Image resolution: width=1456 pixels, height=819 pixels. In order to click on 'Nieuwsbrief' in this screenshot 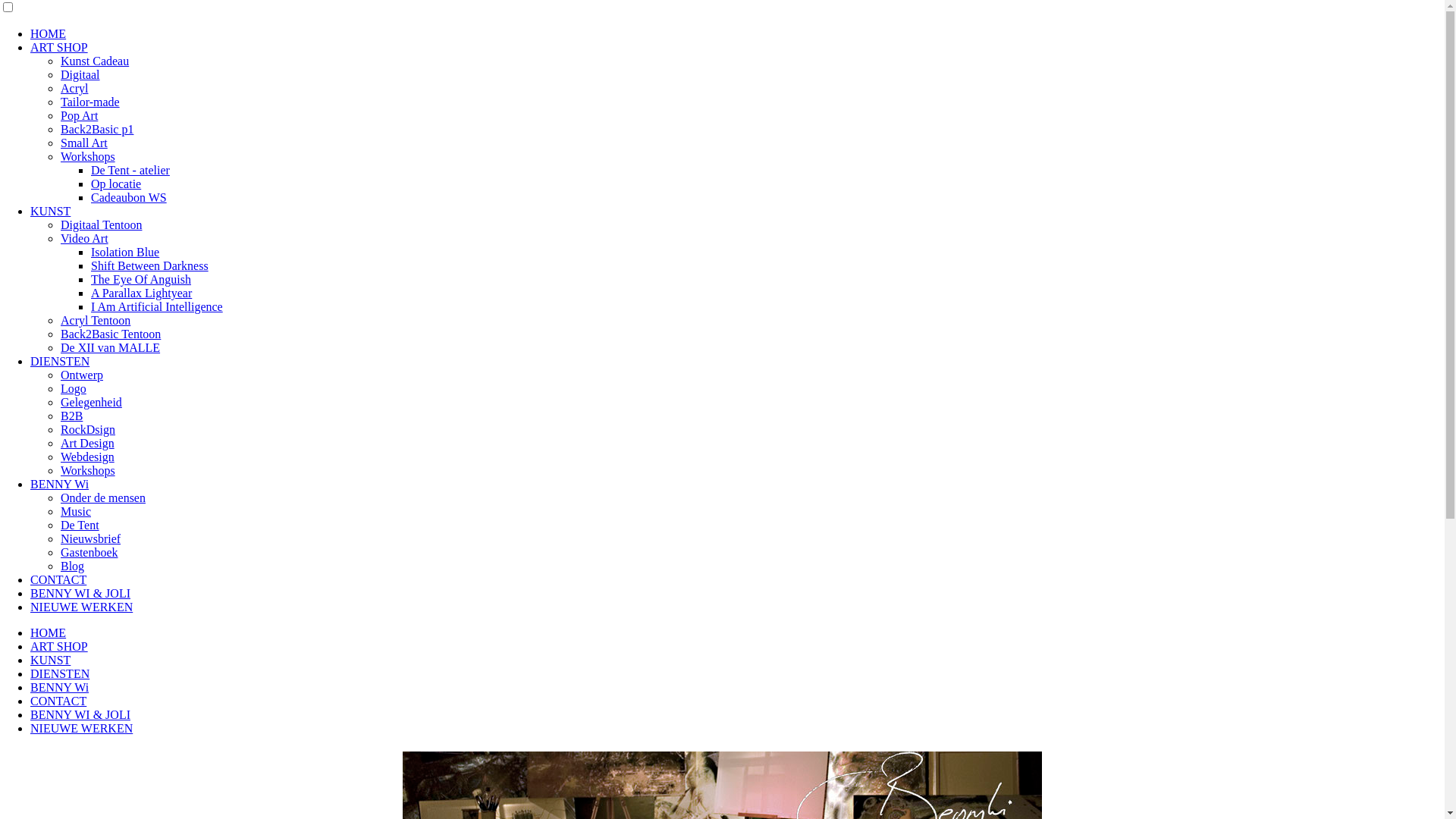, I will do `click(61, 538)`.